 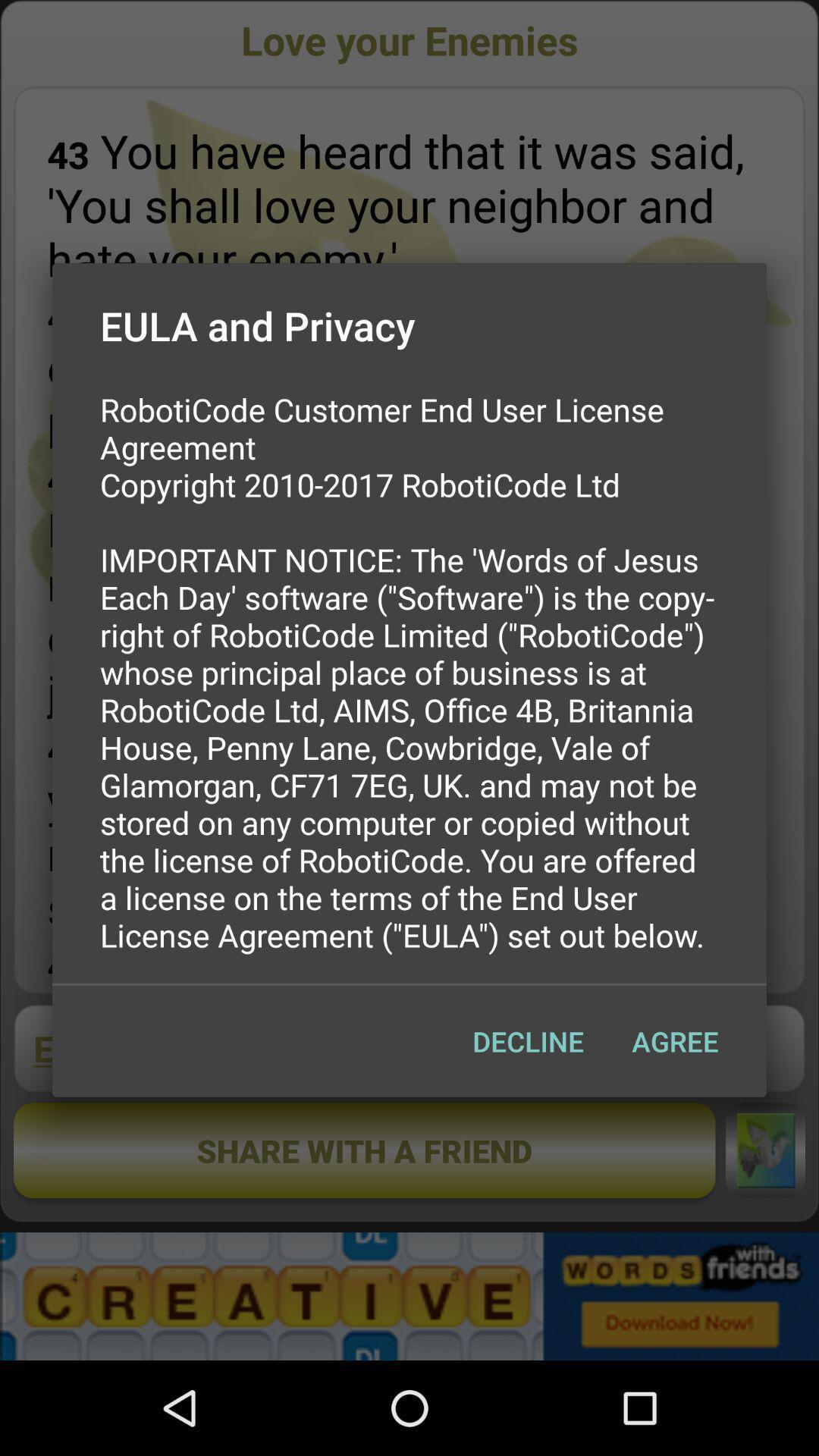 I want to click on app below the roboticode customer end item, so click(x=527, y=1040).